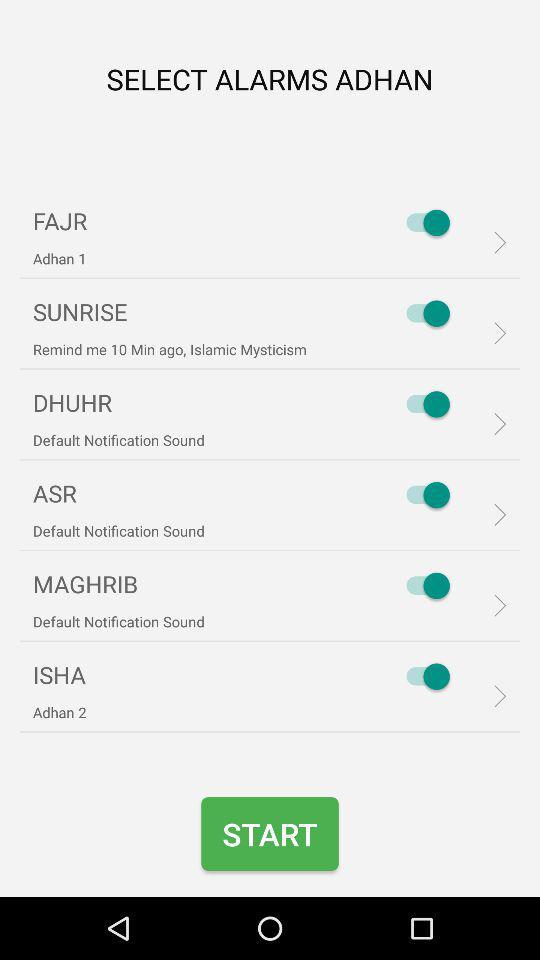  What do you see at coordinates (422, 585) in the screenshot?
I see `the item next to the default notification sound` at bounding box center [422, 585].